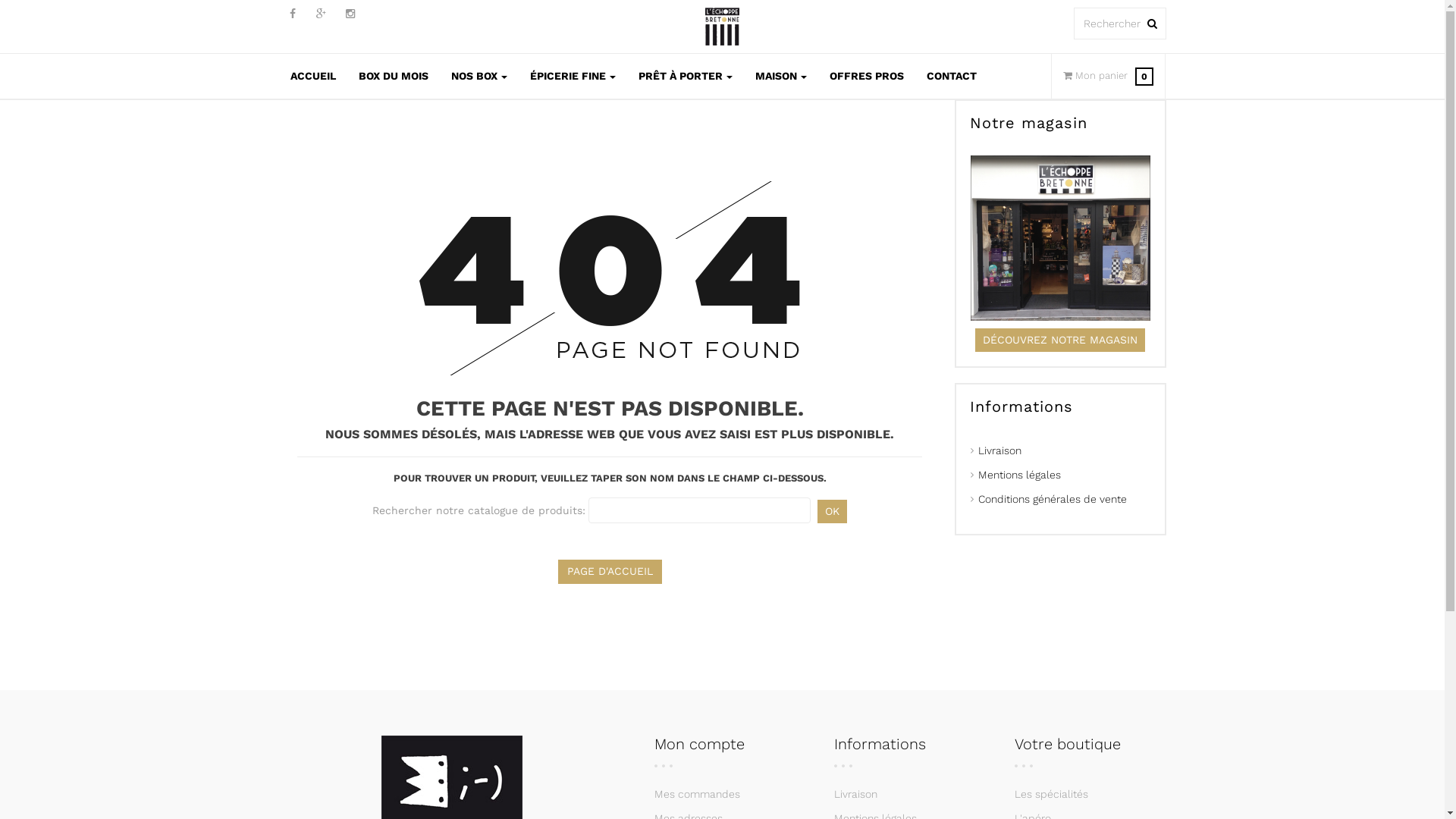 The height and width of the screenshot is (819, 1456). Describe the element at coordinates (696, 792) in the screenshot. I see `'Mes commandes'` at that location.